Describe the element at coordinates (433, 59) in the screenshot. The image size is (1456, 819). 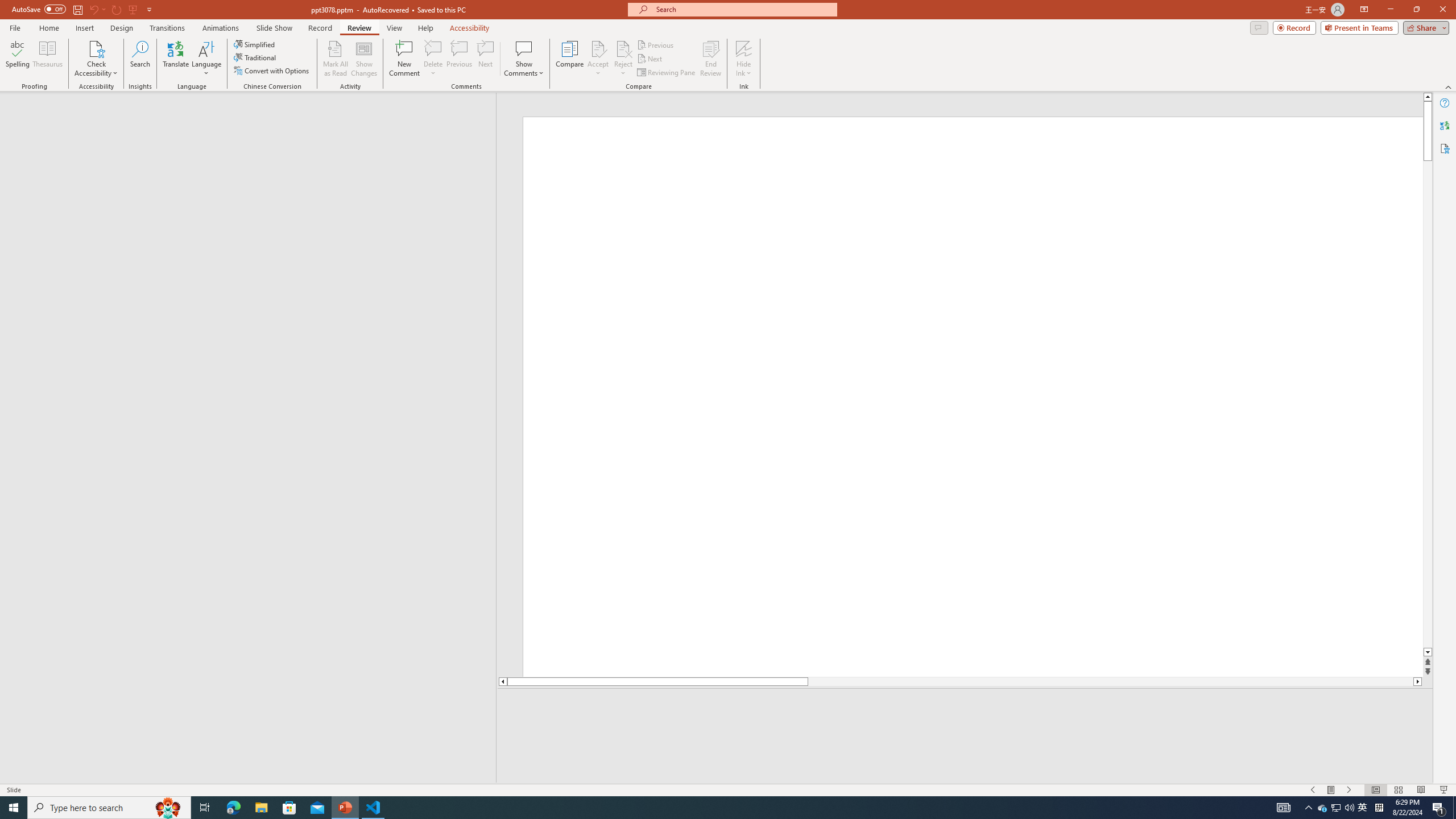
I see `'Delete'` at that location.